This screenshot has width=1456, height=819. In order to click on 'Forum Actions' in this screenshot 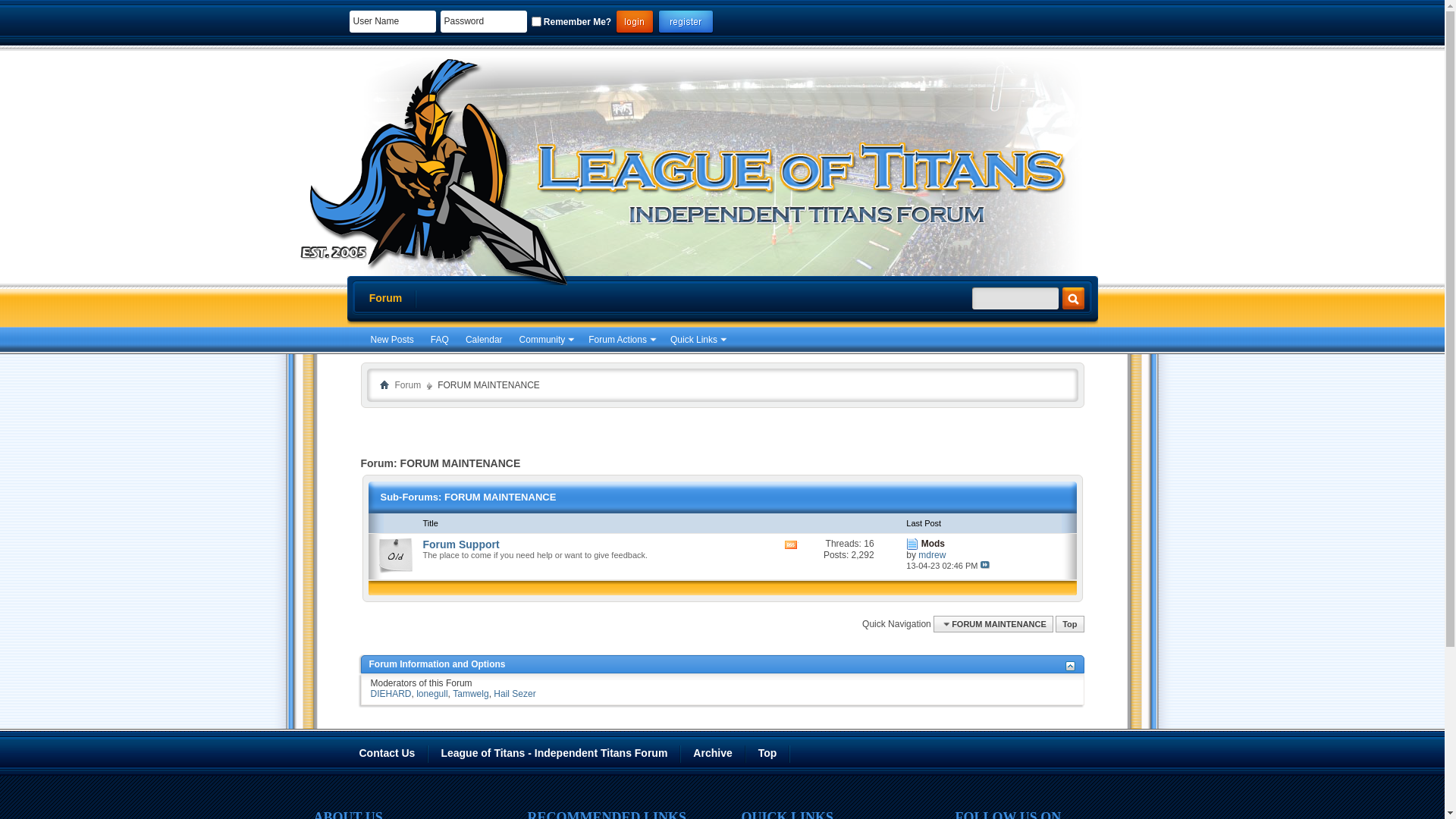, I will do `click(621, 339)`.